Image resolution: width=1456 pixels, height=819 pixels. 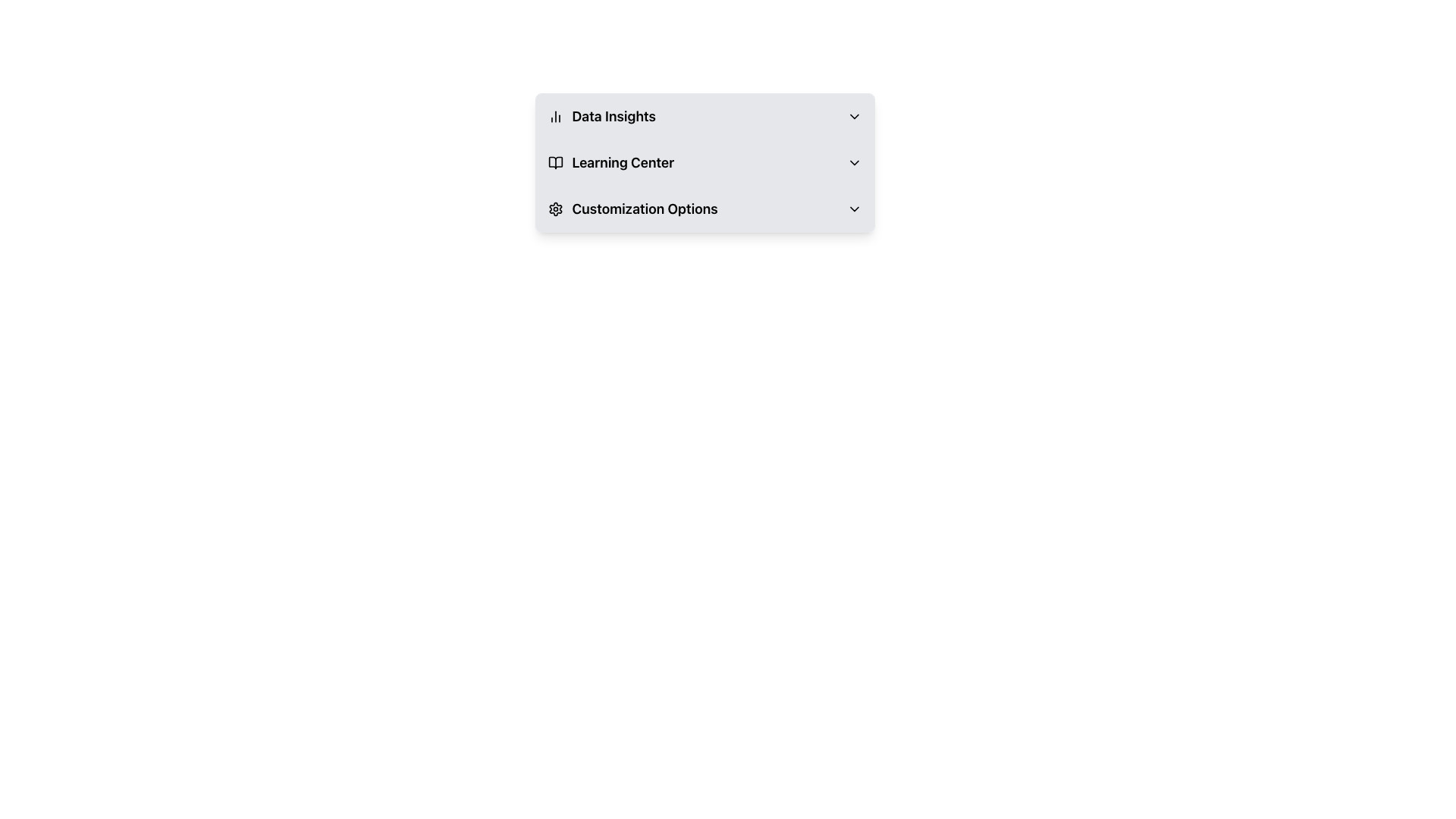 What do you see at coordinates (645, 209) in the screenshot?
I see `the text label that serves as a title for the customization settings menu item` at bounding box center [645, 209].